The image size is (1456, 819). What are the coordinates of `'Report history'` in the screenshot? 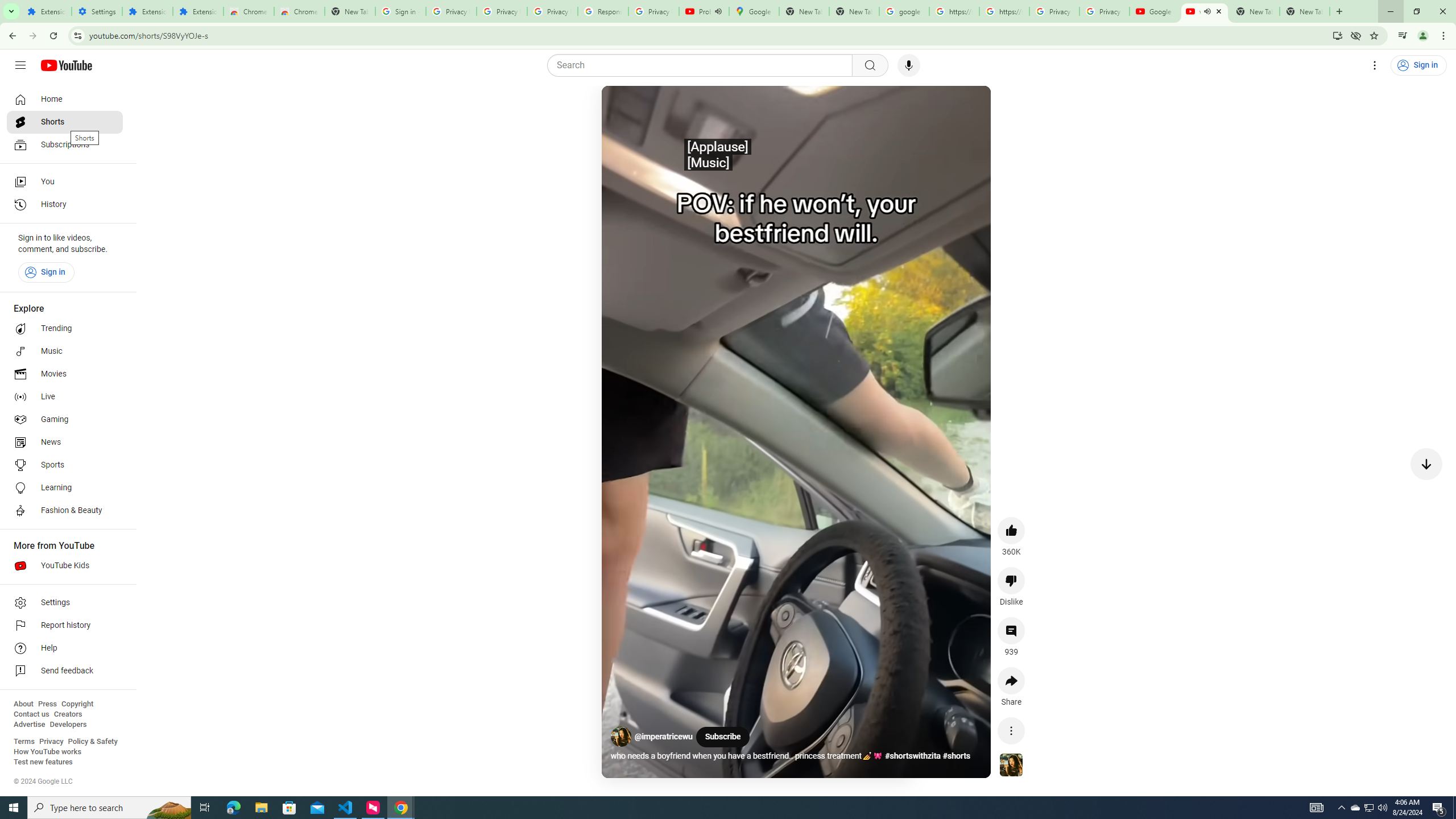 It's located at (64, 625).